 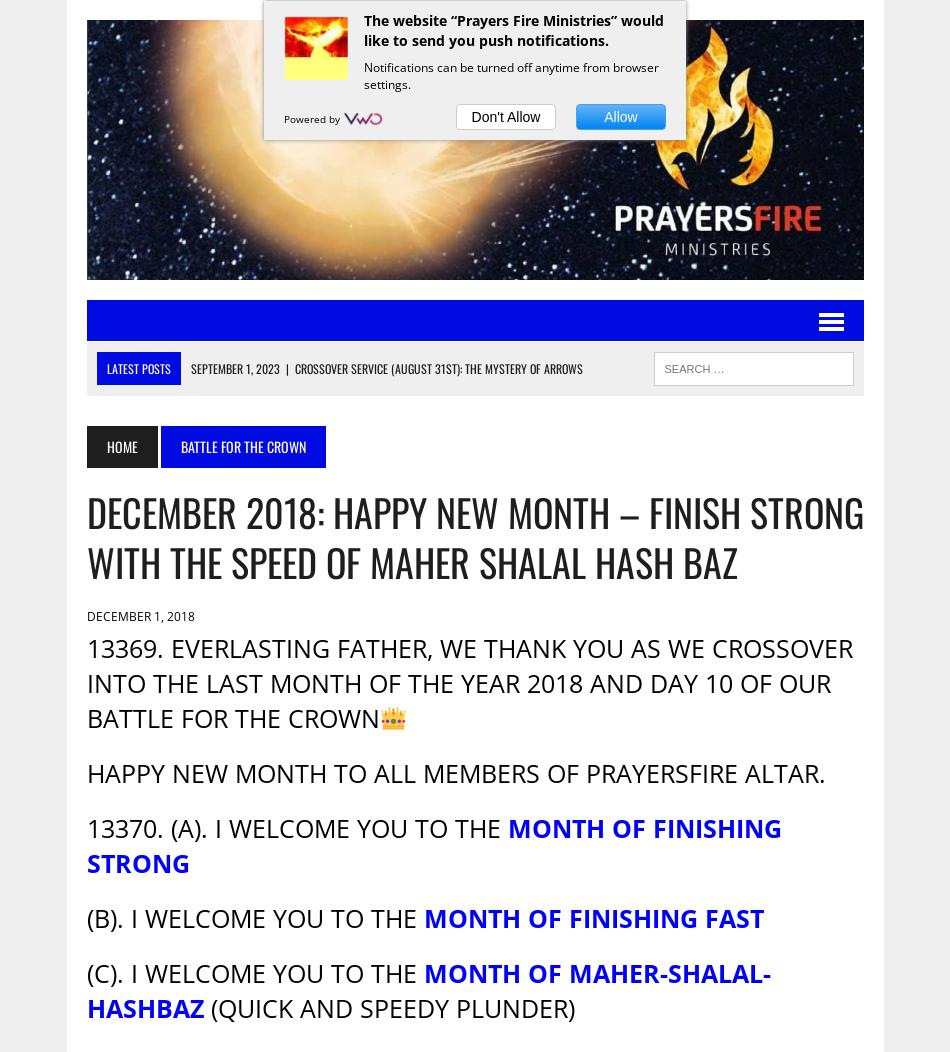 I want to click on '13370. (A). I WELCOME YOU TO THE', so click(x=295, y=828).